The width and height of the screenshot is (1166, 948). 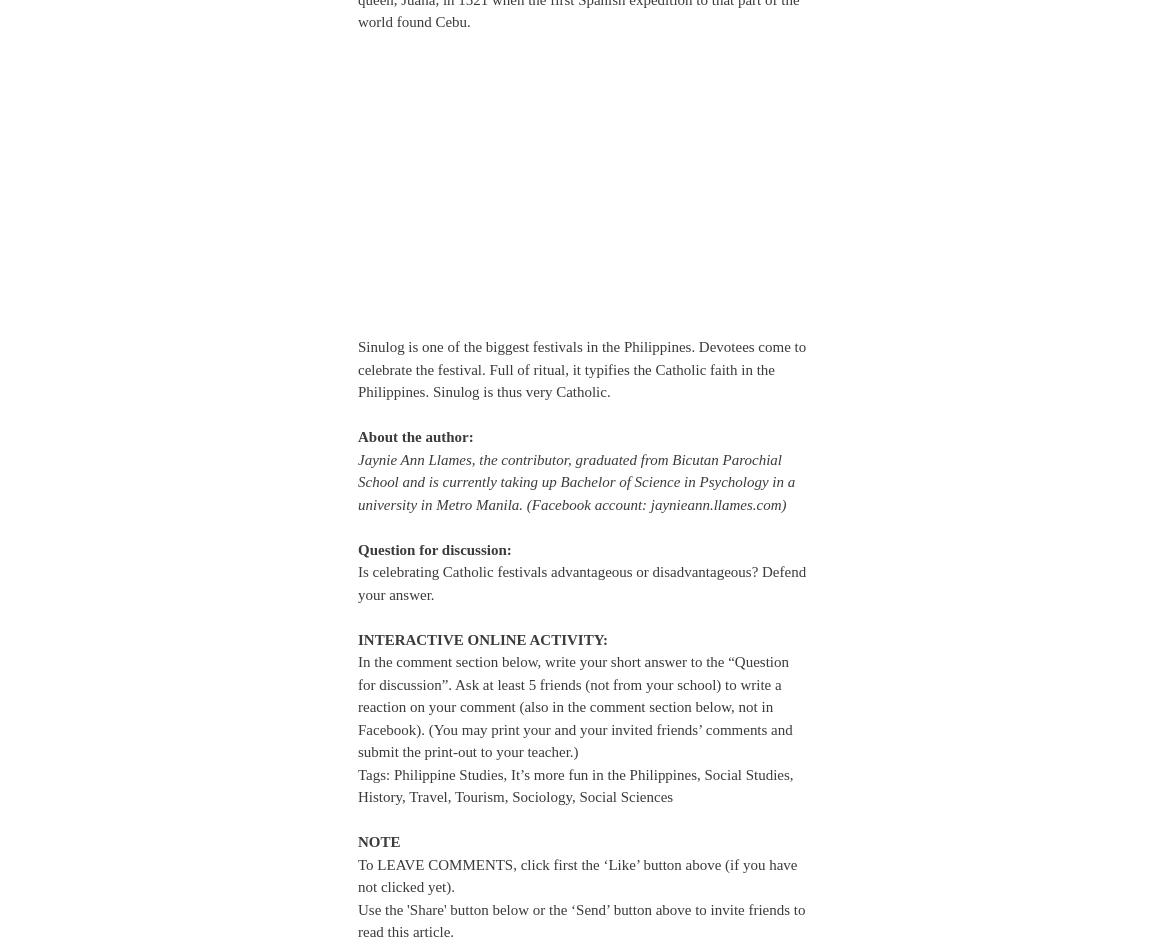 What do you see at coordinates (574, 785) in the screenshot?
I see `'Tags: Philippine Studies, It’s more fun in the Philippines, Social Studies, History, Travel, Tourism, Sociology, Social Sciences'` at bounding box center [574, 785].